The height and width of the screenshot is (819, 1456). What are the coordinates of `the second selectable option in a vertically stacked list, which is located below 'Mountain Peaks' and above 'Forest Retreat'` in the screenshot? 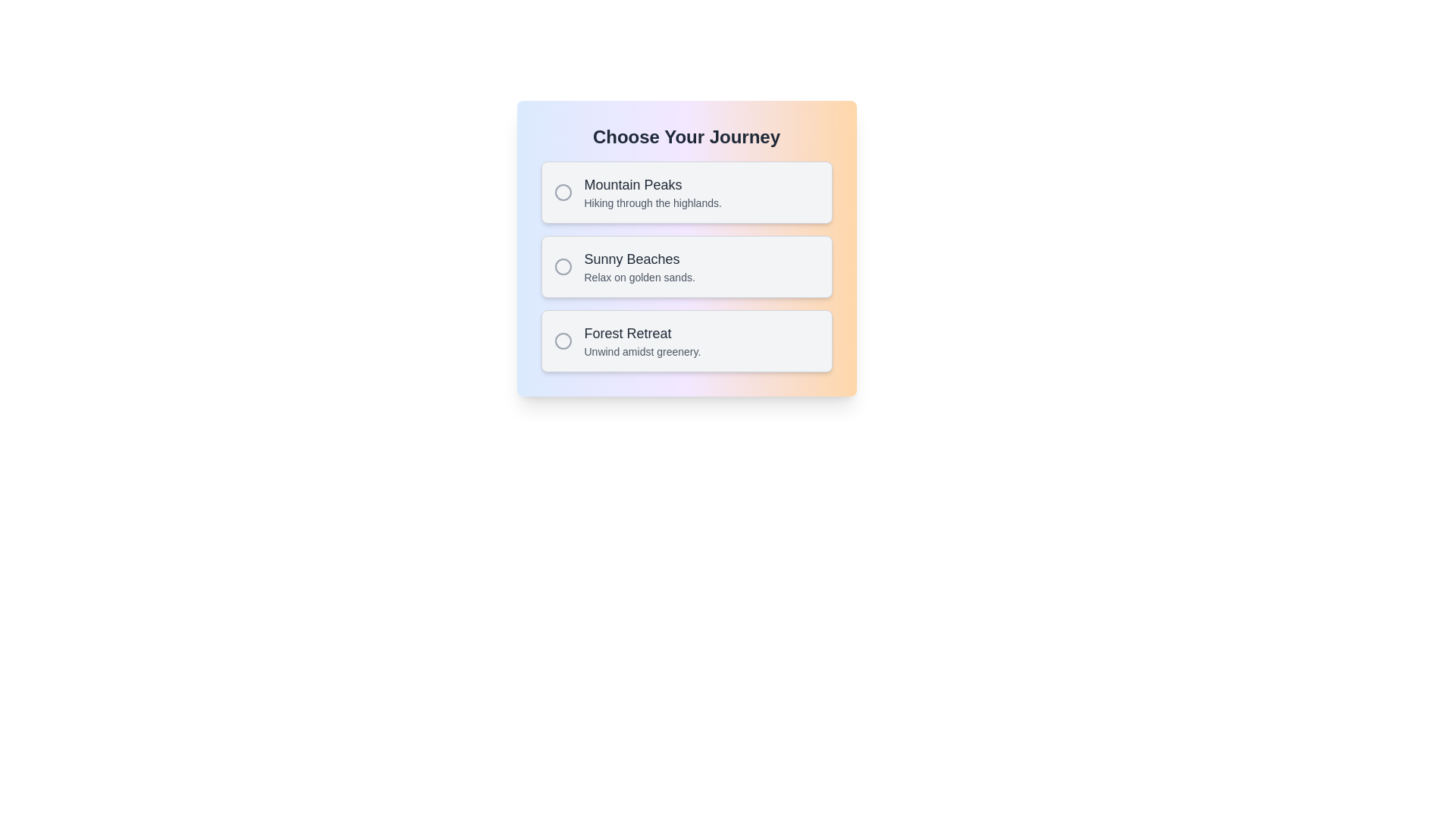 It's located at (686, 265).